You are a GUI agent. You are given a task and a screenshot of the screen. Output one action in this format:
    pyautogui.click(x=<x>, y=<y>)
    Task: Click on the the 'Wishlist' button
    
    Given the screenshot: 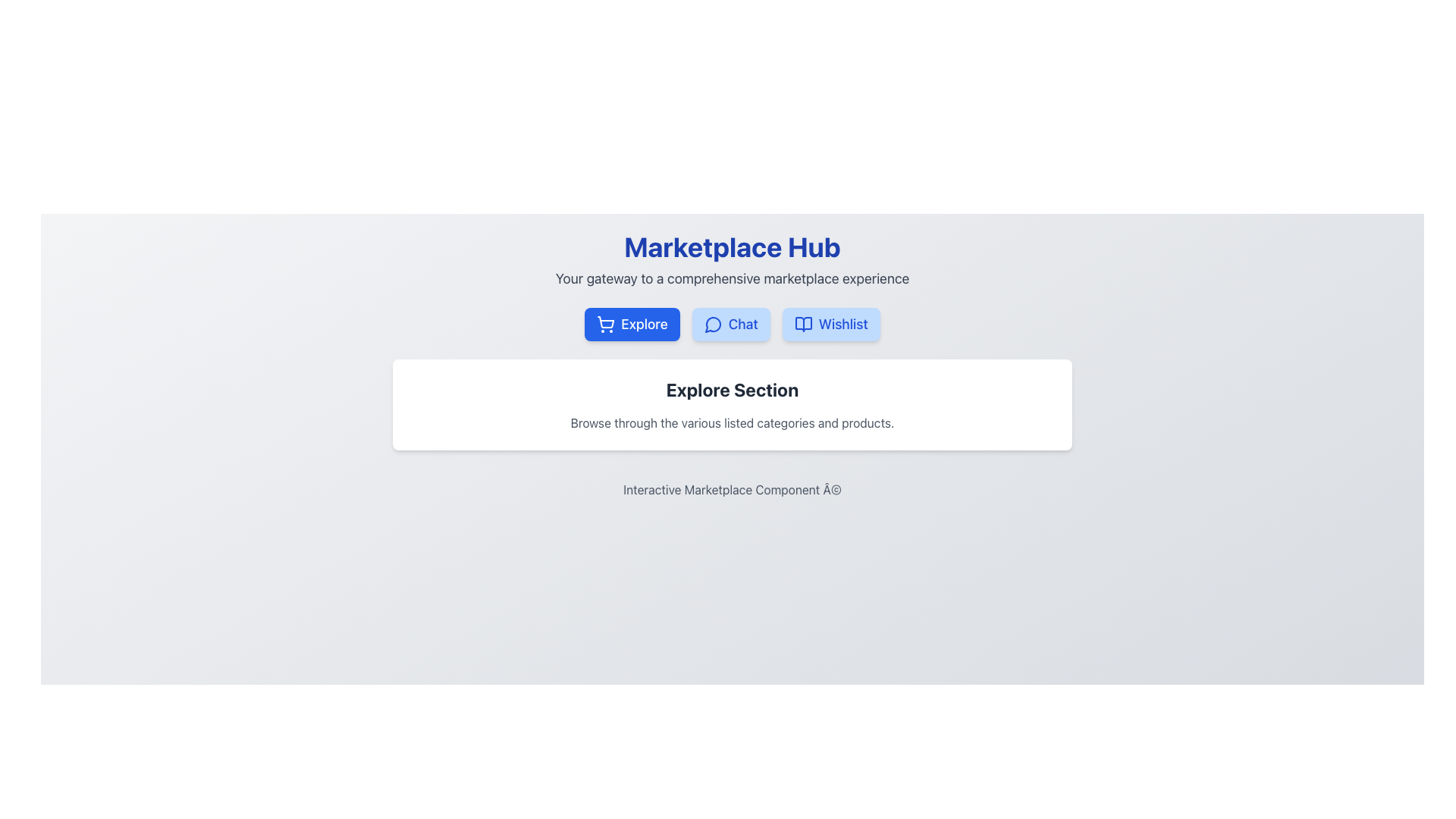 What is the action you would take?
    pyautogui.click(x=830, y=324)
    